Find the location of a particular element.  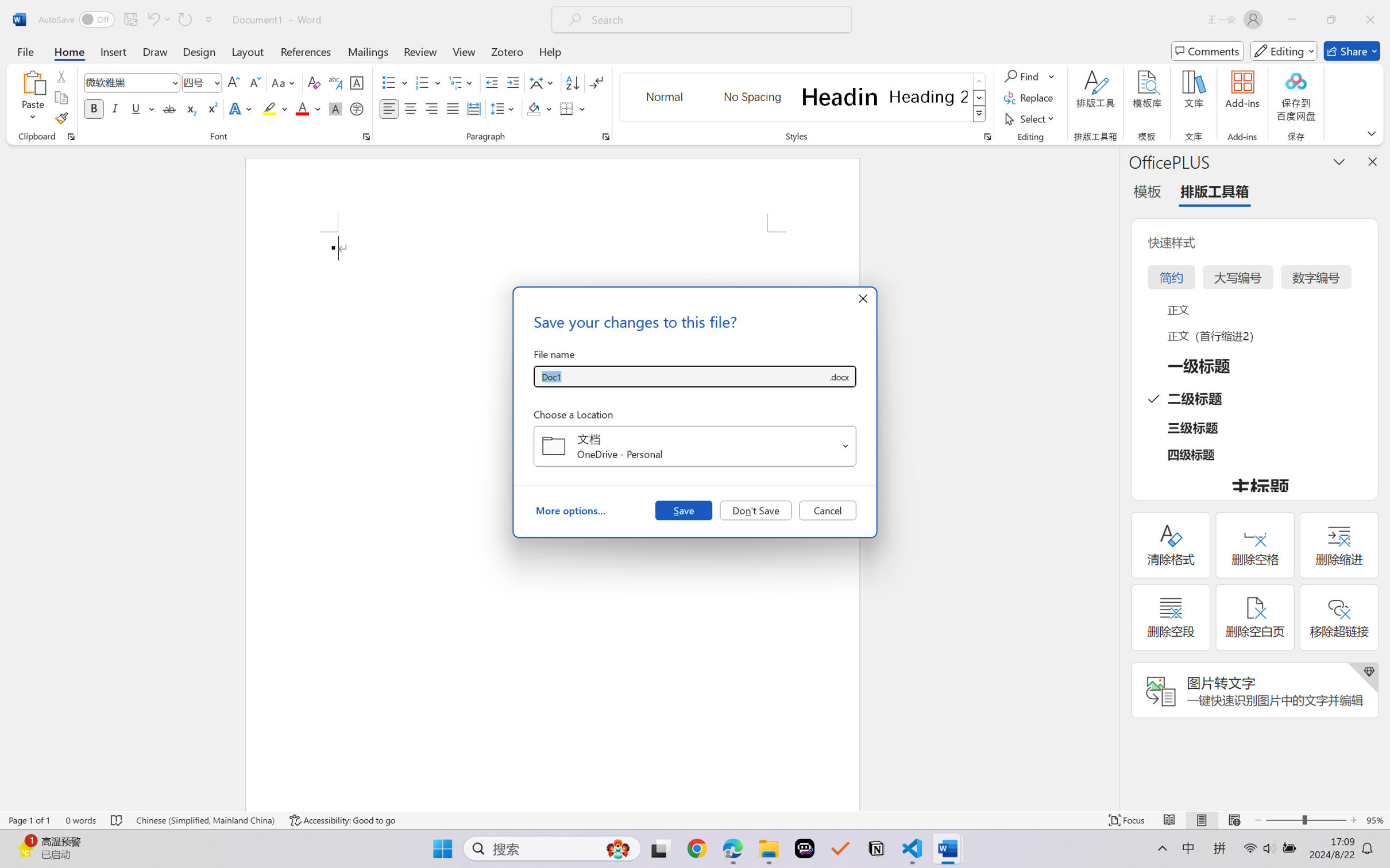

'Language Chinese (Simplified, Mainland China)' is located at coordinates (204, 820).